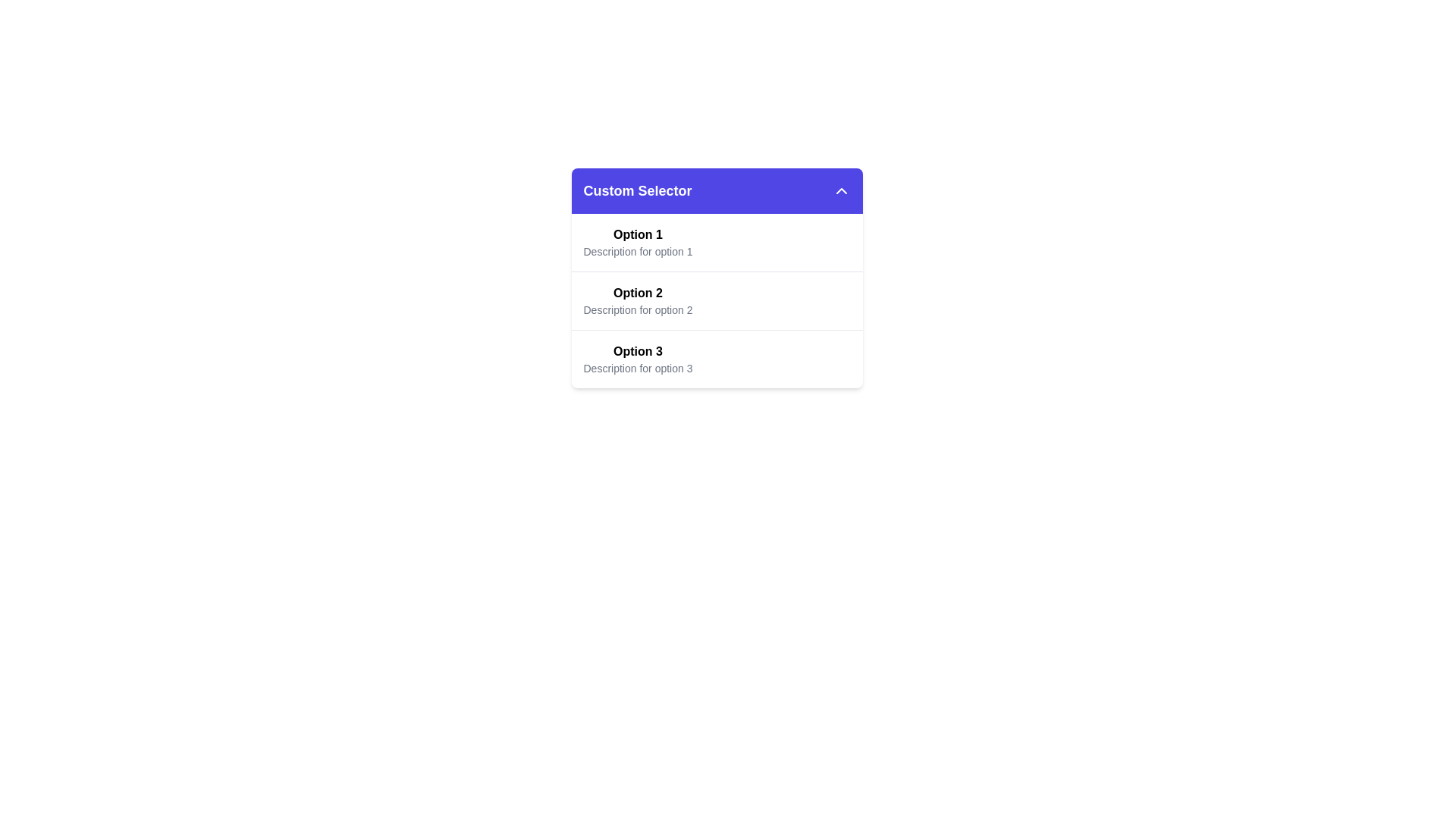  Describe the element at coordinates (716, 359) in the screenshot. I see `the third list item labeled 'Option 3' which contains a description below it` at that location.